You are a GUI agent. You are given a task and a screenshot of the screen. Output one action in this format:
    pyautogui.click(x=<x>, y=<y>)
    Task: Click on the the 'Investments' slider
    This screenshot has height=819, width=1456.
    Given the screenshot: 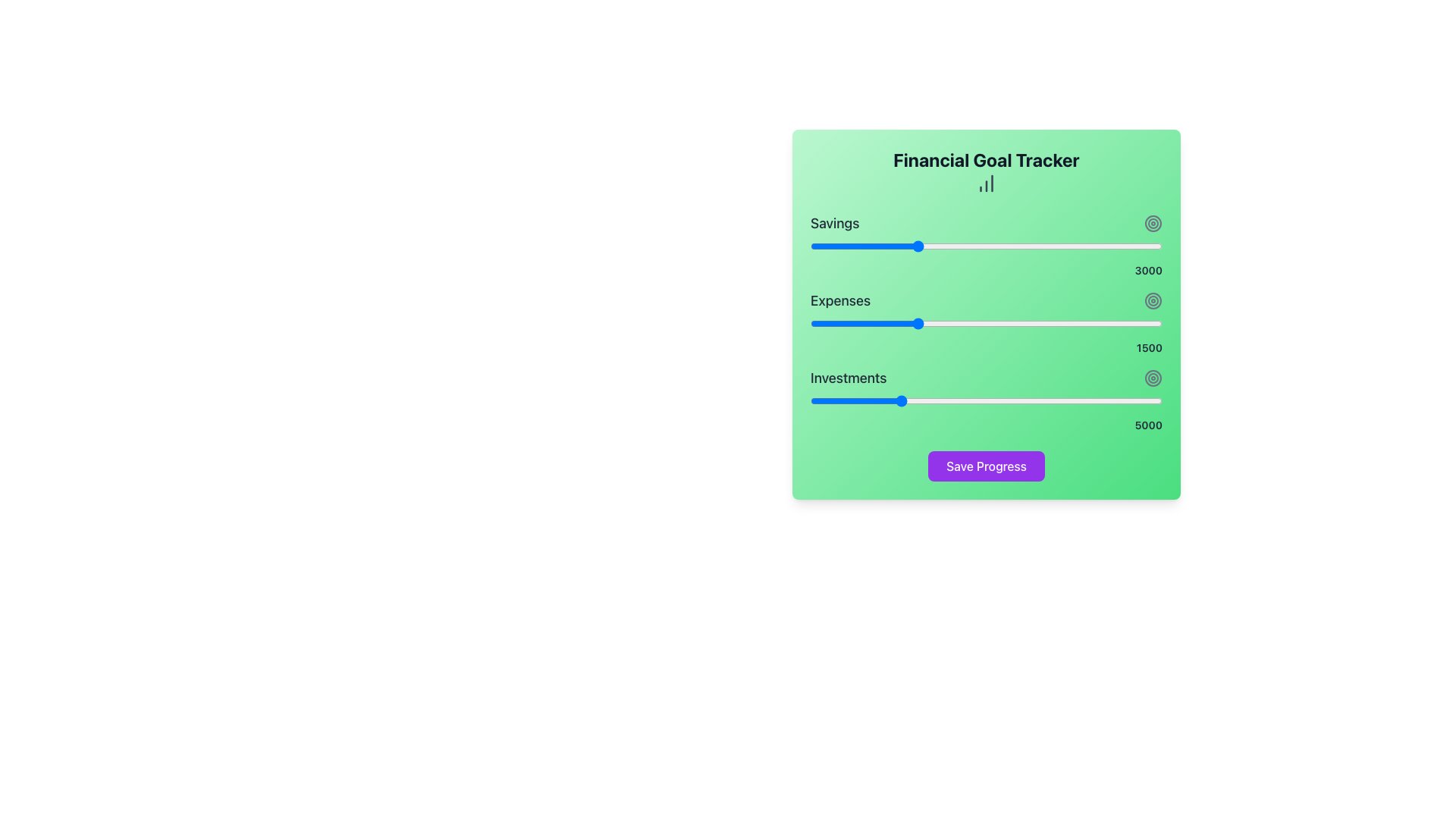 What is the action you would take?
    pyautogui.click(x=1005, y=400)
    